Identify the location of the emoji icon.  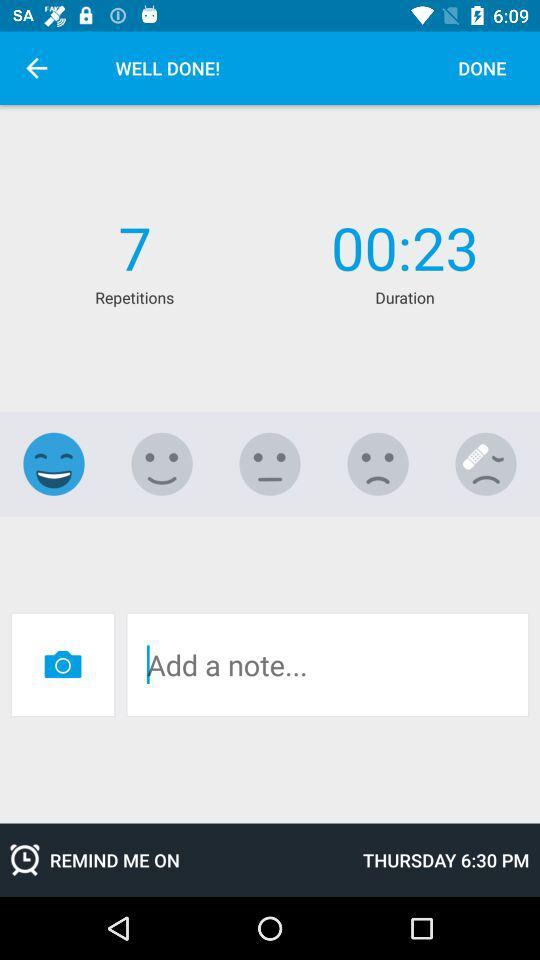
(161, 464).